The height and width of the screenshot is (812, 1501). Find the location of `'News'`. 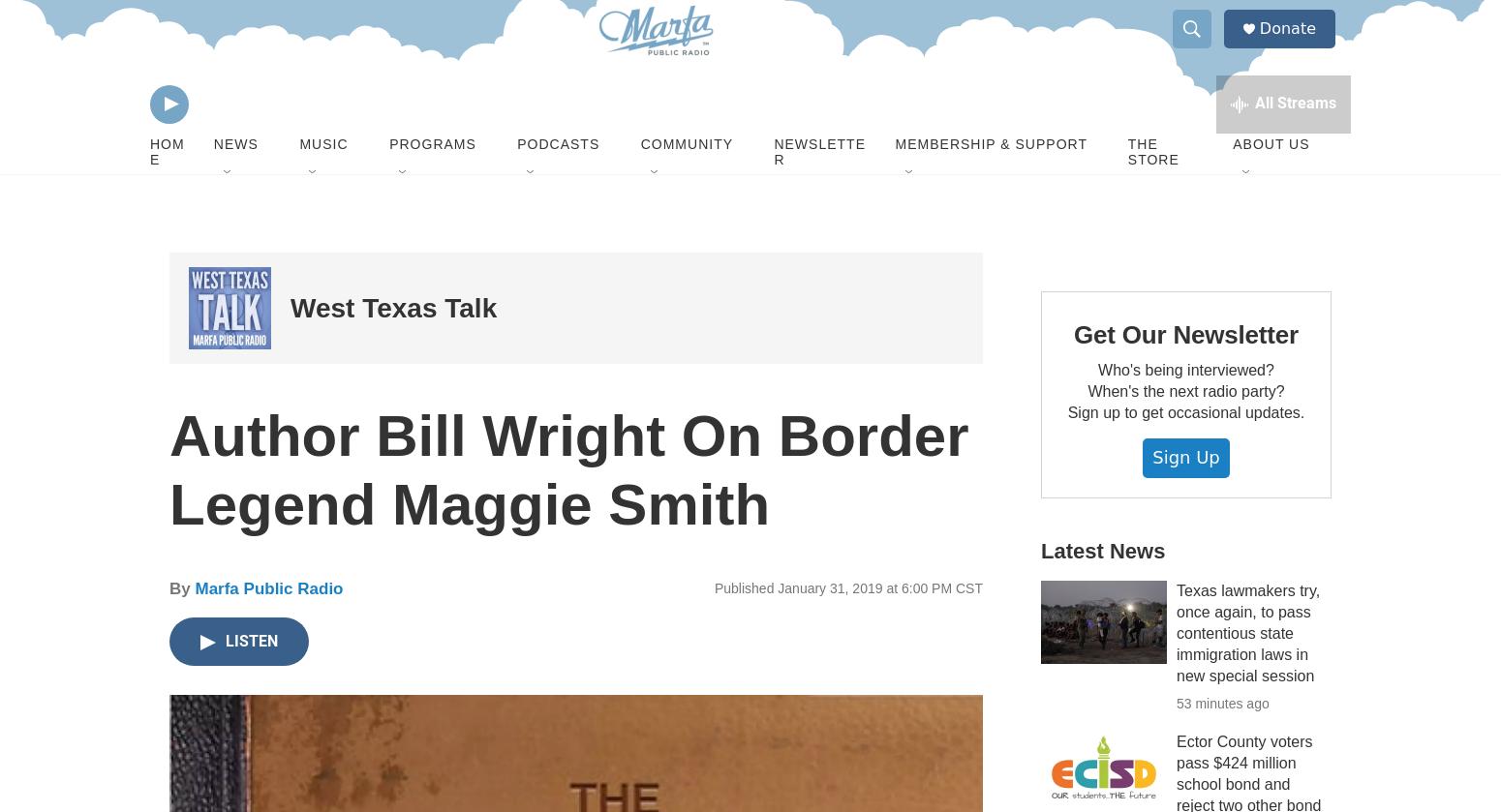

'News' is located at coordinates (211, 192).